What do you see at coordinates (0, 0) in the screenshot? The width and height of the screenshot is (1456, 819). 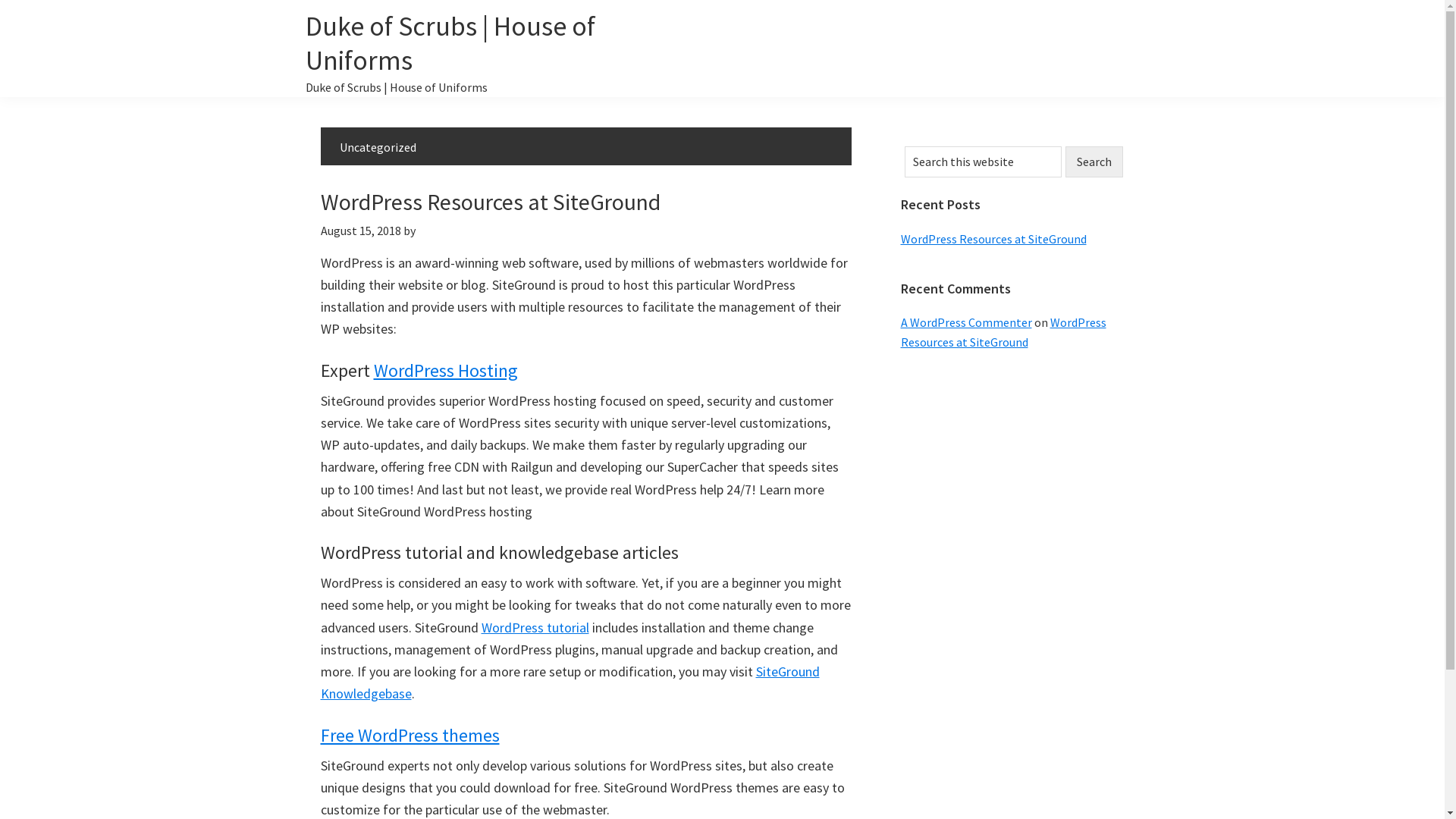 I see `'Skip to primary navigation'` at bounding box center [0, 0].